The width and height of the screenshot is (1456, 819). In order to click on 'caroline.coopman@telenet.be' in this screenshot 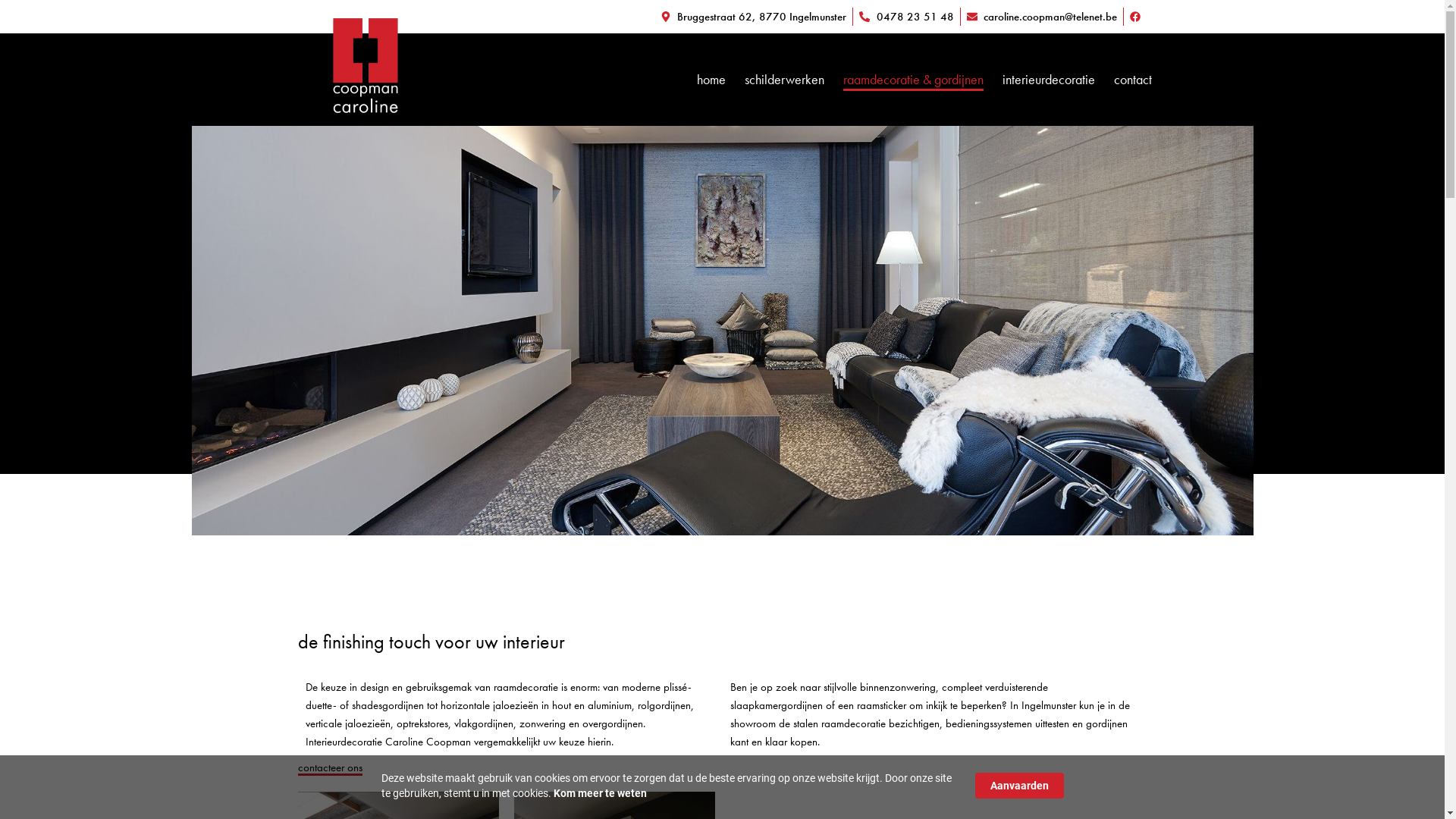, I will do `click(1040, 17)`.